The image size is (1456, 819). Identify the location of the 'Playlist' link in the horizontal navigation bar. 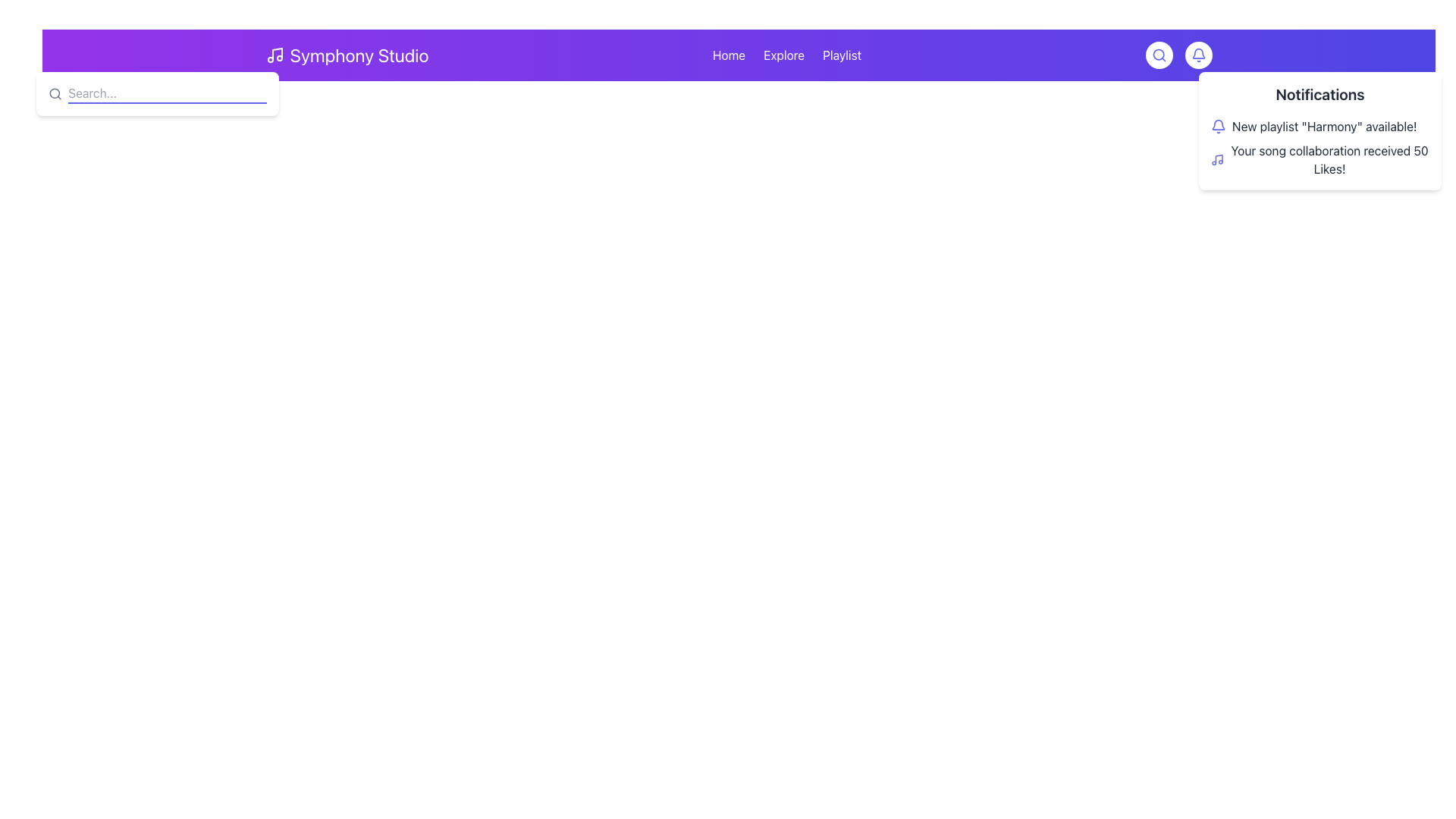
(841, 55).